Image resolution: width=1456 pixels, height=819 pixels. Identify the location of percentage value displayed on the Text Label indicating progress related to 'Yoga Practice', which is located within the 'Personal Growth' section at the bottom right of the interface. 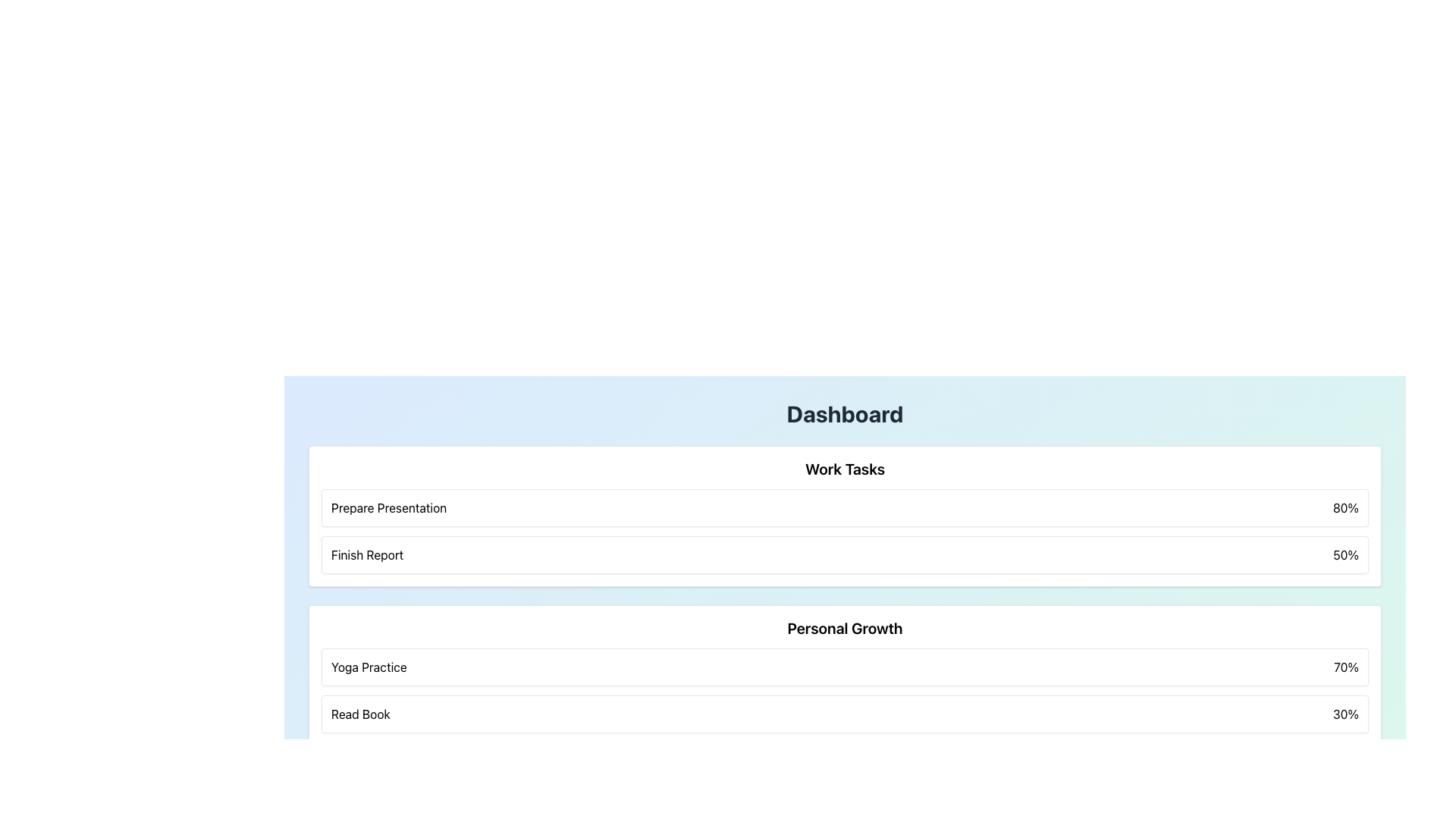
(1346, 666).